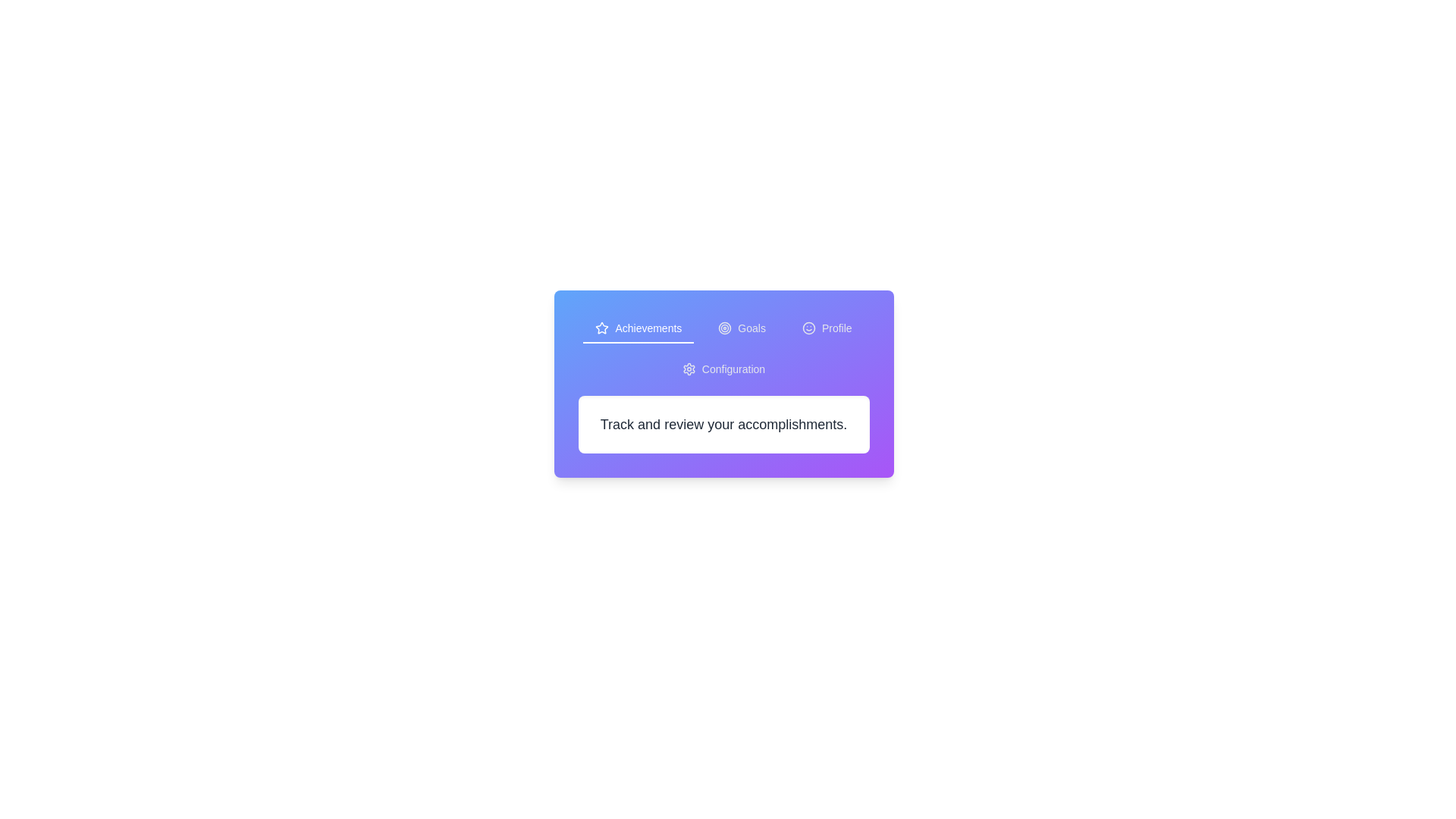 The height and width of the screenshot is (819, 1456). I want to click on the Achievements tab, so click(639, 328).